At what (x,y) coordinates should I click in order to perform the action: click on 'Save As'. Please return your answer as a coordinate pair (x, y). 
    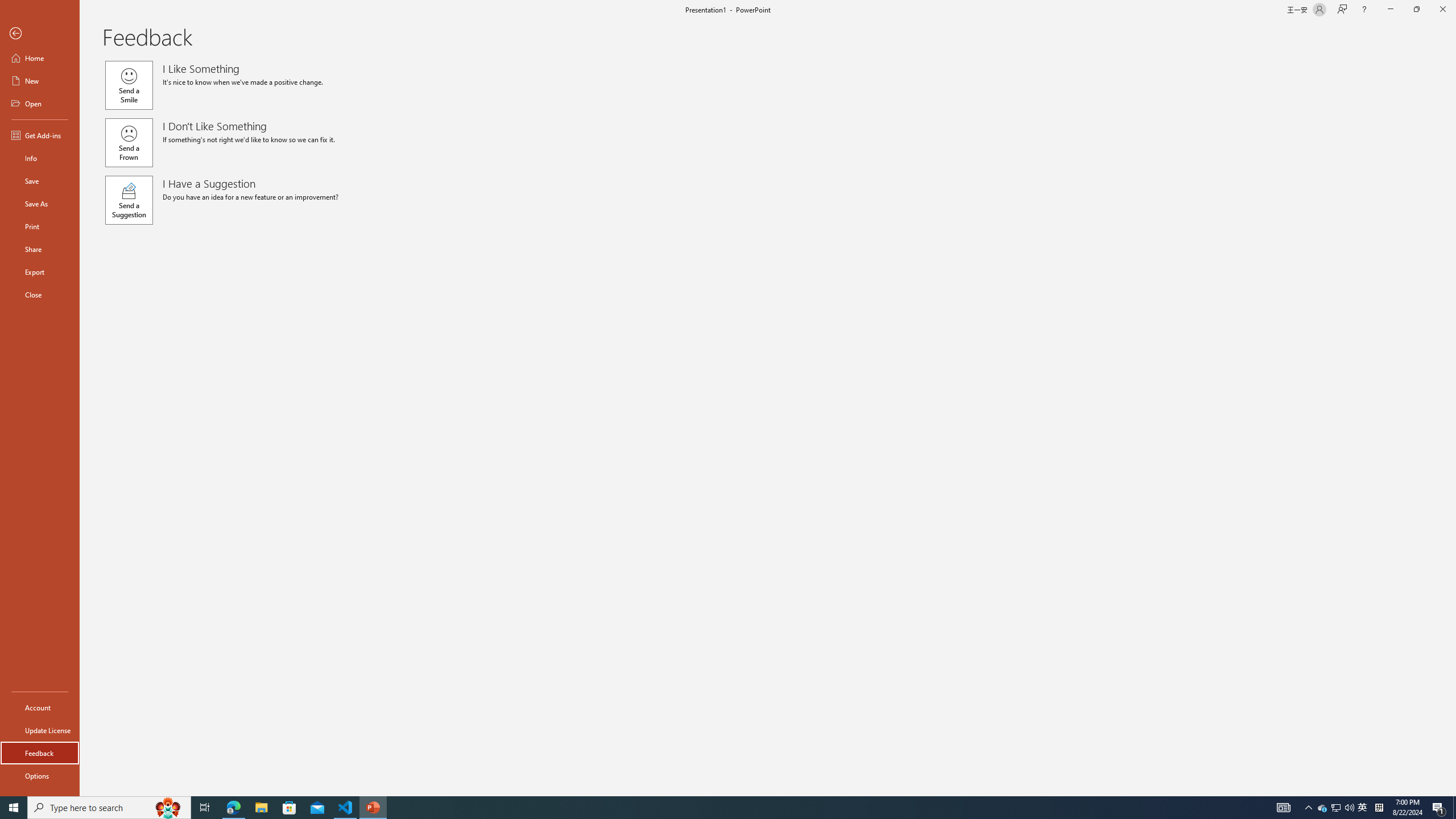
    Looking at the image, I should click on (39, 202).